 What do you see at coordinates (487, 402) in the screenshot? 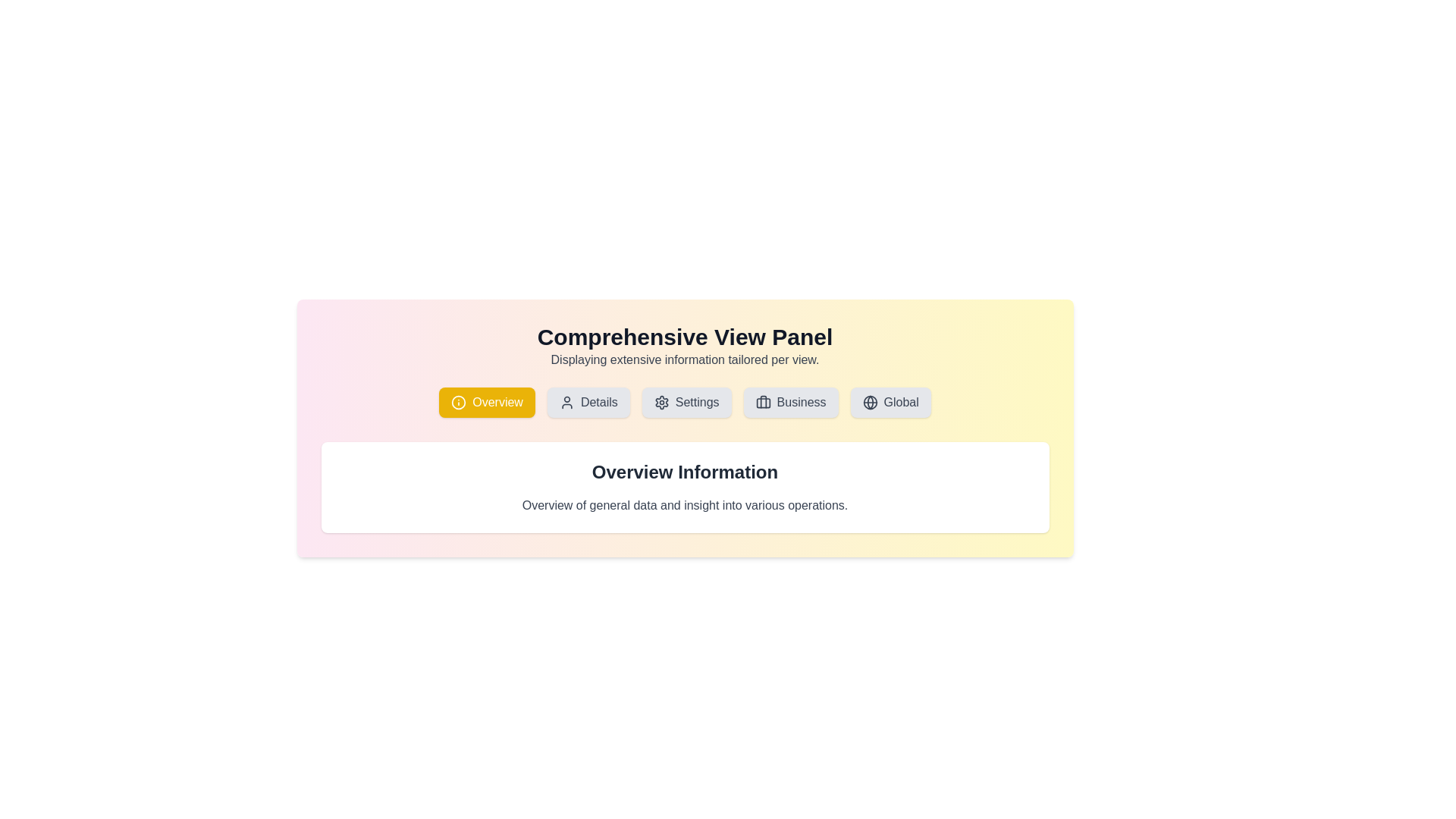
I see `the yellow navigation button labeled 'Overview' with an 'i' icon` at bounding box center [487, 402].